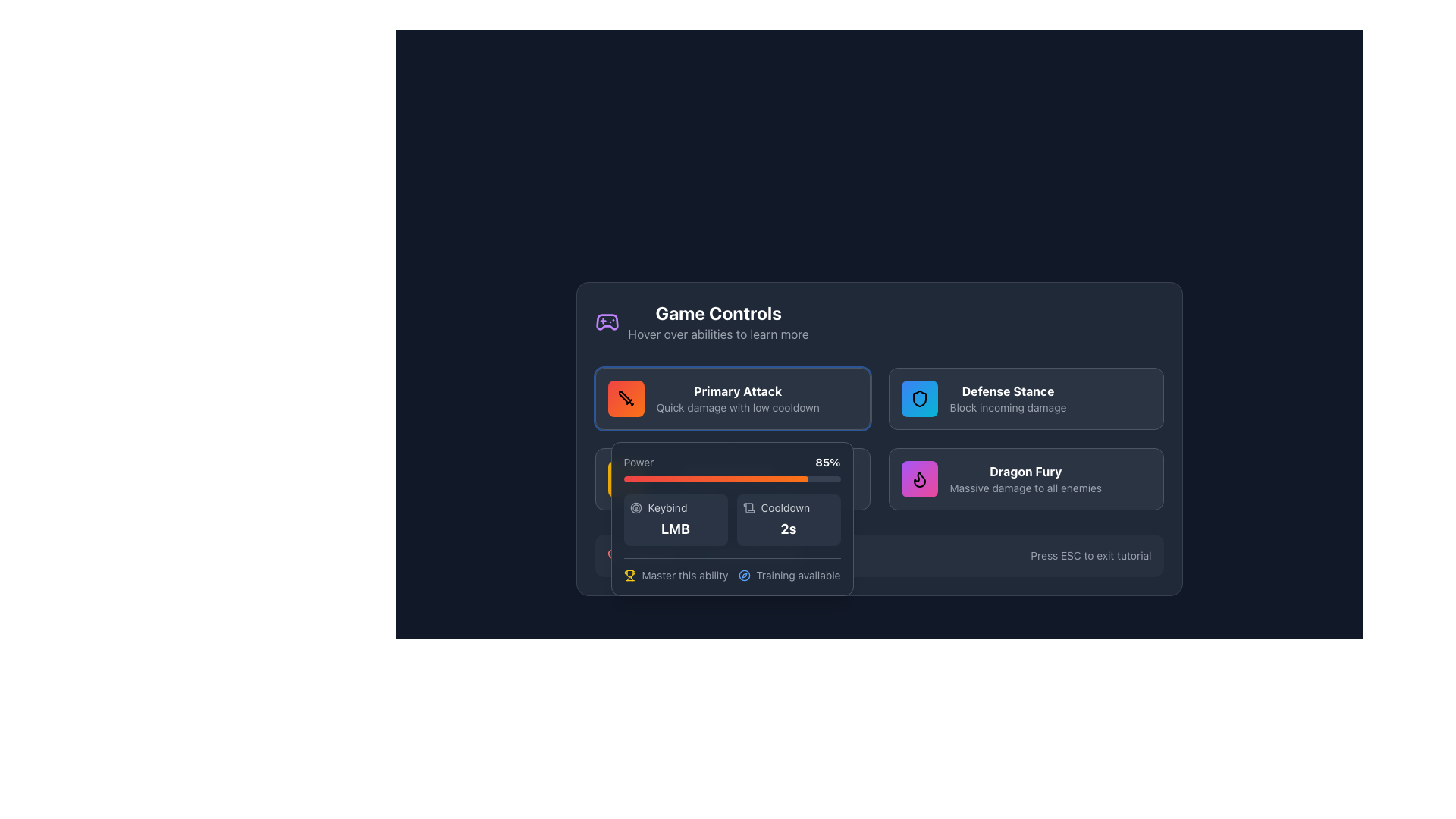 This screenshot has height=819, width=1456. Describe the element at coordinates (732, 517) in the screenshot. I see `the informative display component that provides detailed information about a specific ability or feature, including its power level, keybind, cooldown time, and training status` at that location.